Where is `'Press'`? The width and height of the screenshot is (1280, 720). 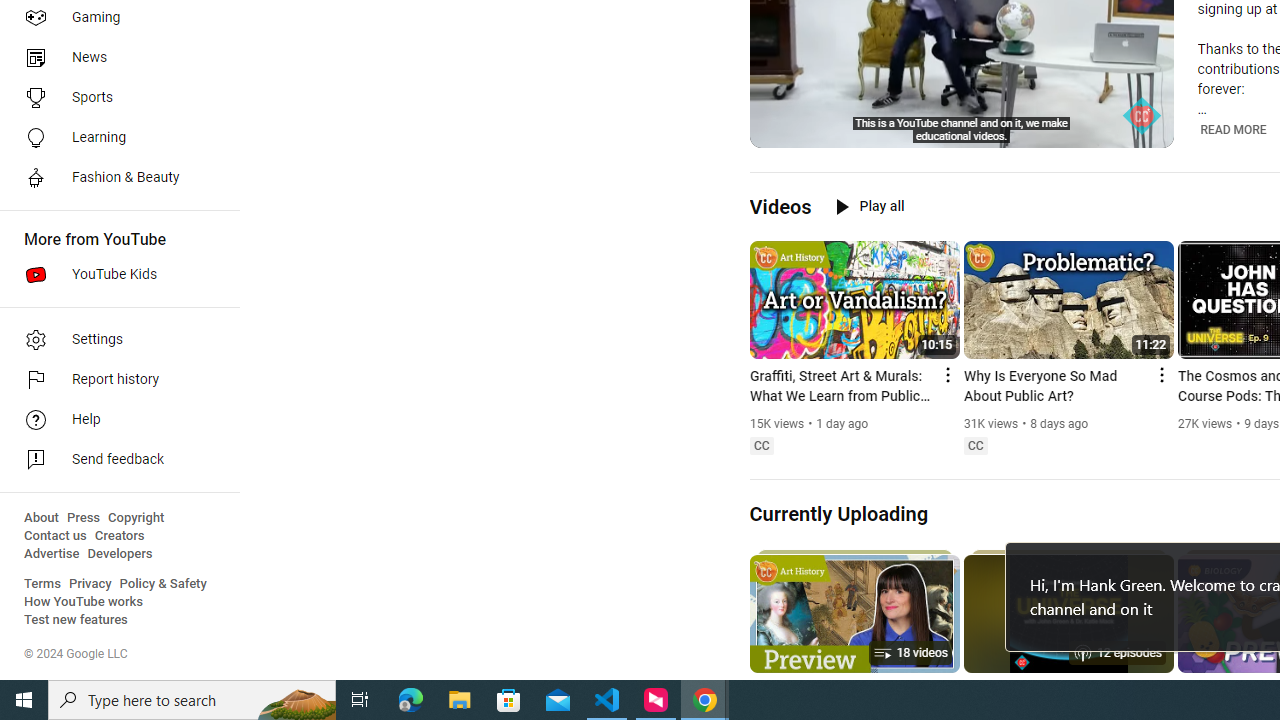 'Press' is located at coordinates (82, 517).